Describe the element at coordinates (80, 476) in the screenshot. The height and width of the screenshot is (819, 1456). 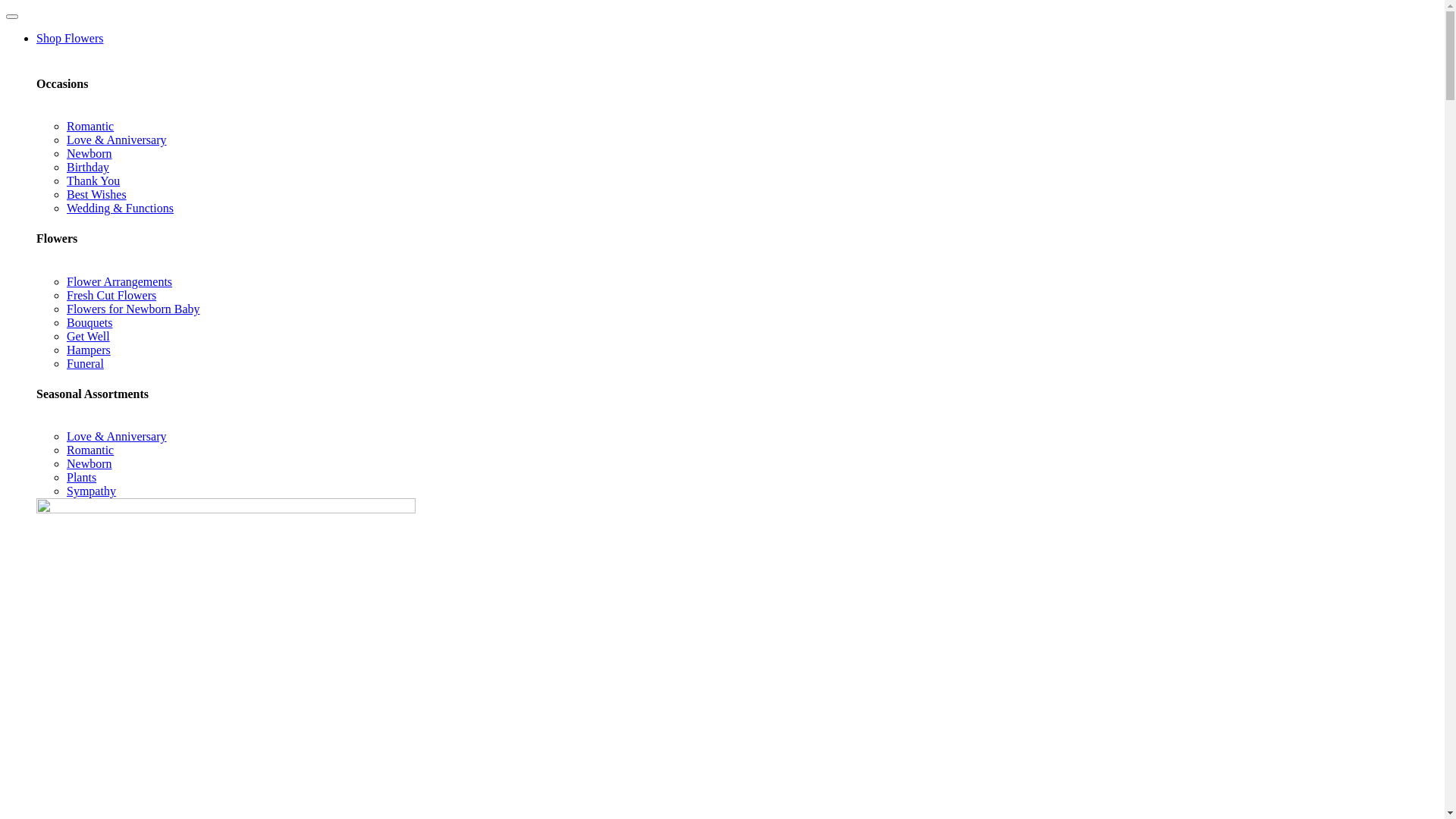
I see `'Plants'` at that location.